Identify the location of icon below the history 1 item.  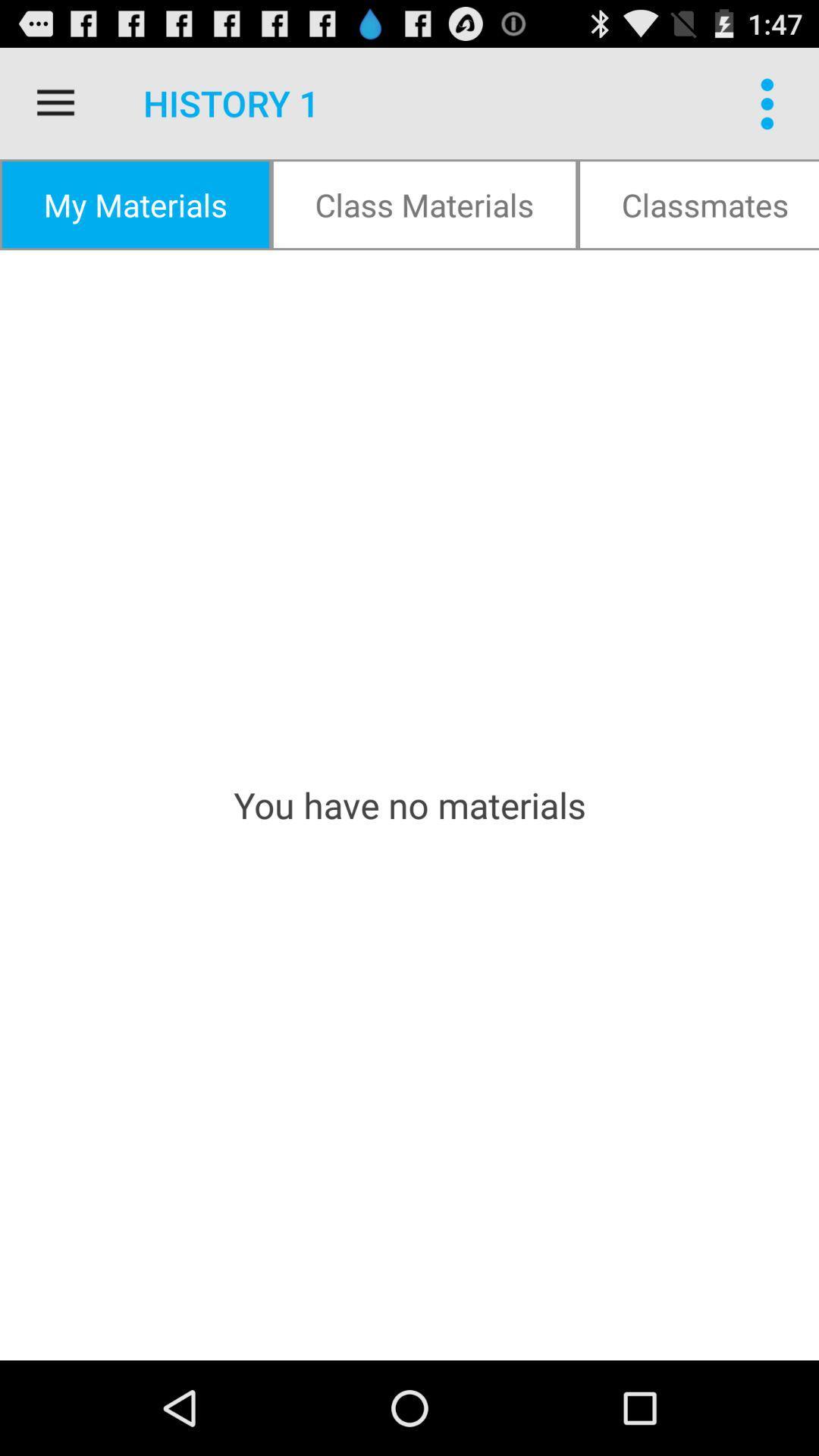
(424, 203).